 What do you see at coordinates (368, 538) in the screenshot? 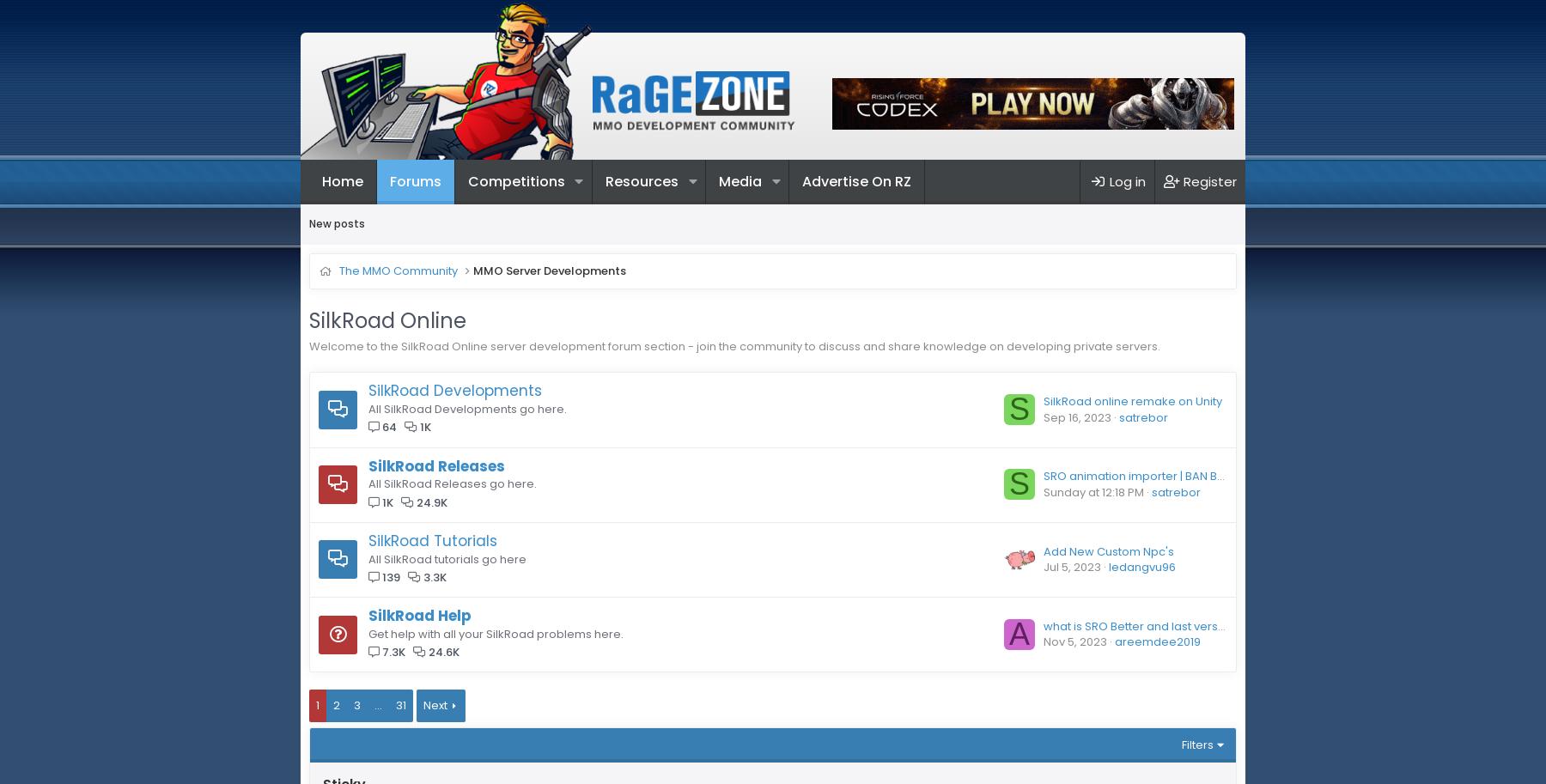
I see `'SilkRoad Tutorials'` at bounding box center [368, 538].